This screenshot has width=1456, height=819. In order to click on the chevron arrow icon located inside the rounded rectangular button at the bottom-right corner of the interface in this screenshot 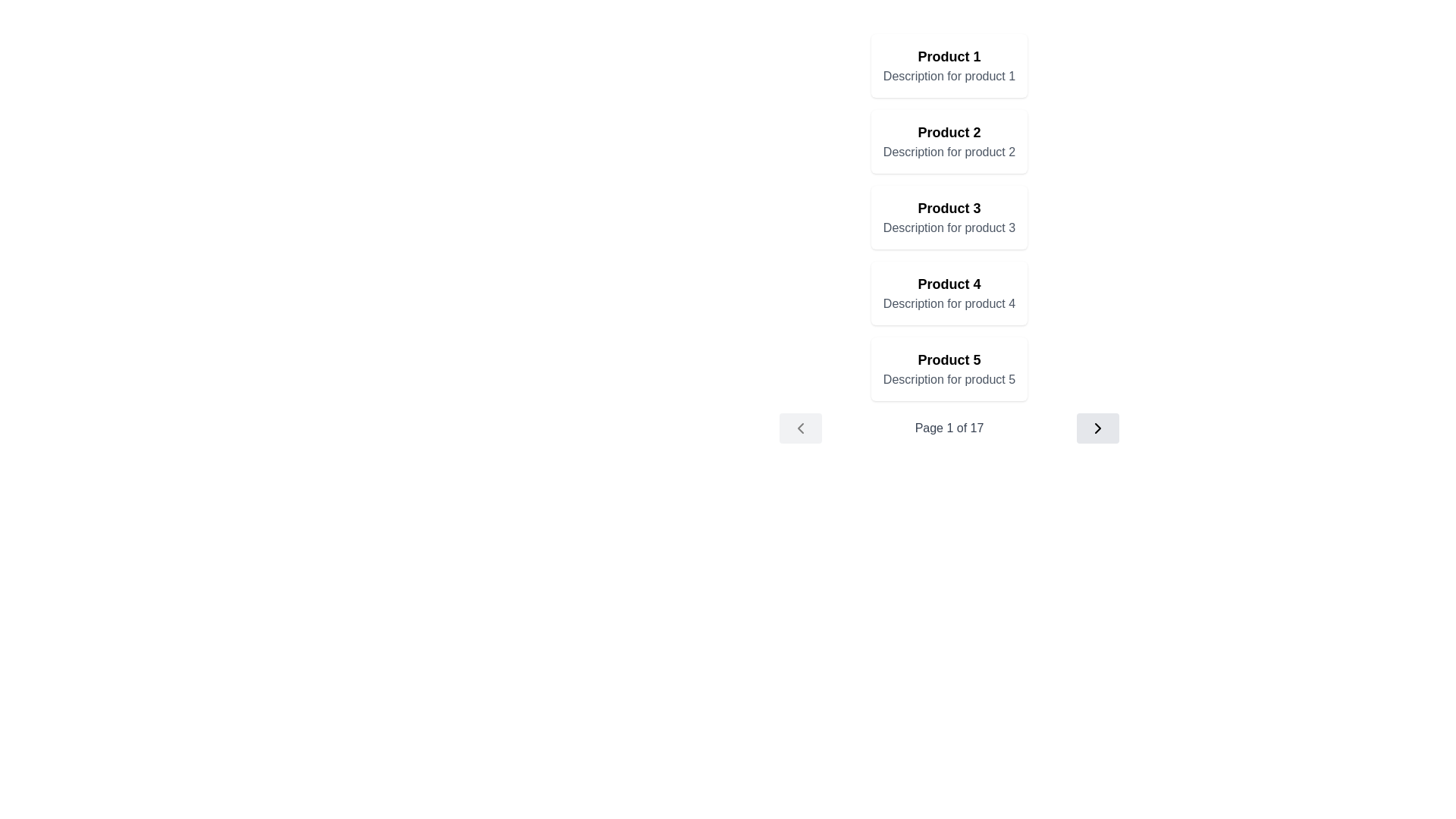, I will do `click(1098, 428)`.